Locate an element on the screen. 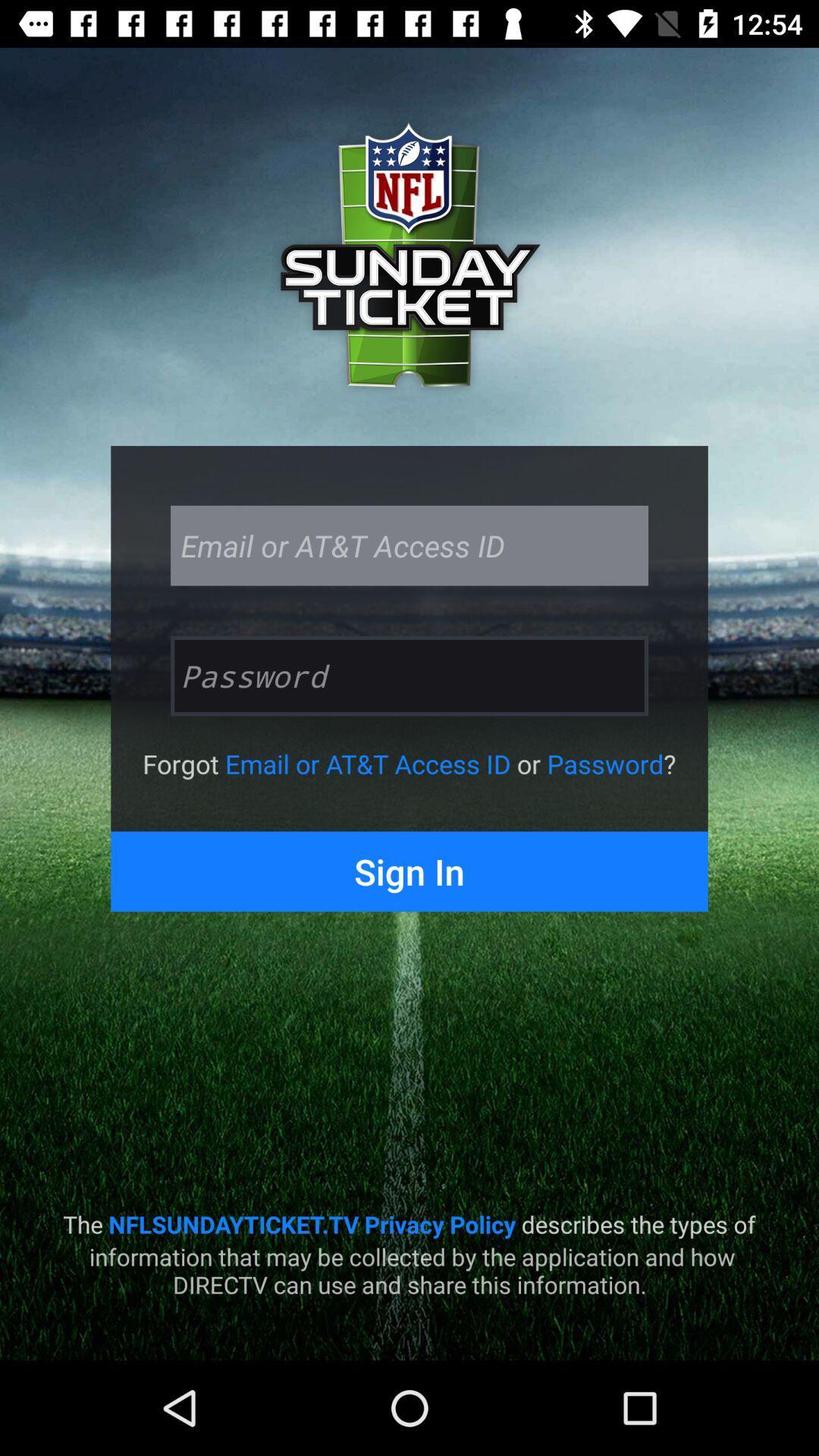  the password field is located at coordinates (409, 675).